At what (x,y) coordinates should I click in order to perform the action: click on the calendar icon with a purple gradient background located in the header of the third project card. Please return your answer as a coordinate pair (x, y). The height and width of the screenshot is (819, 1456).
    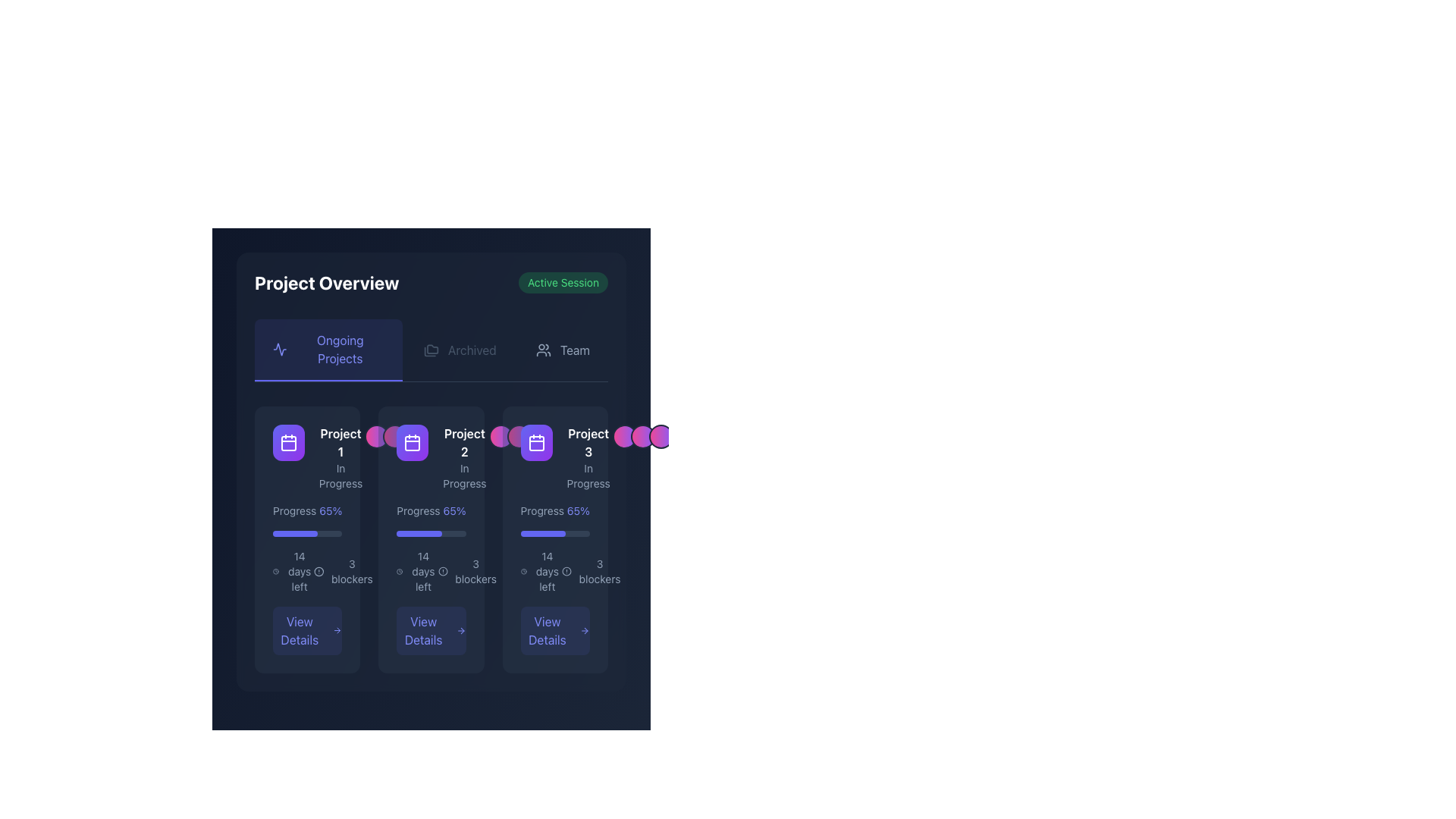
    Looking at the image, I should click on (536, 442).